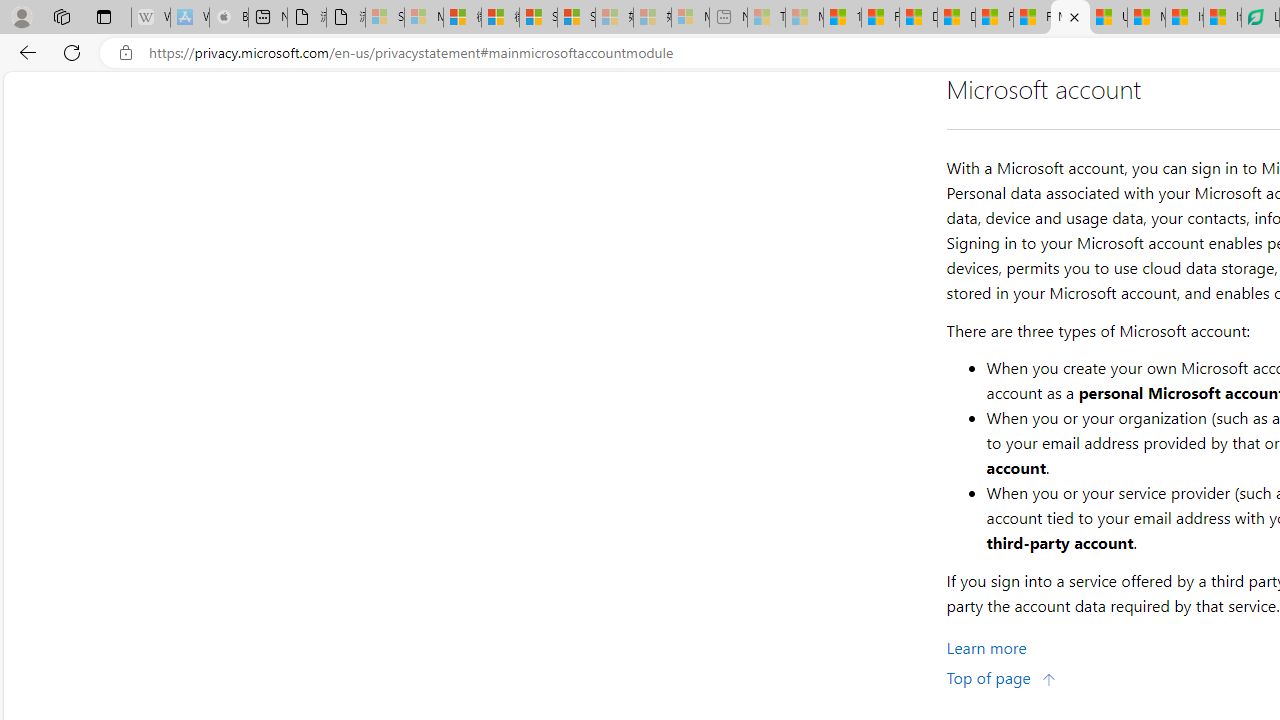 The width and height of the screenshot is (1280, 720). I want to click on 'Sign in to your Microsoft account - Sleeping', so click(385, 17).